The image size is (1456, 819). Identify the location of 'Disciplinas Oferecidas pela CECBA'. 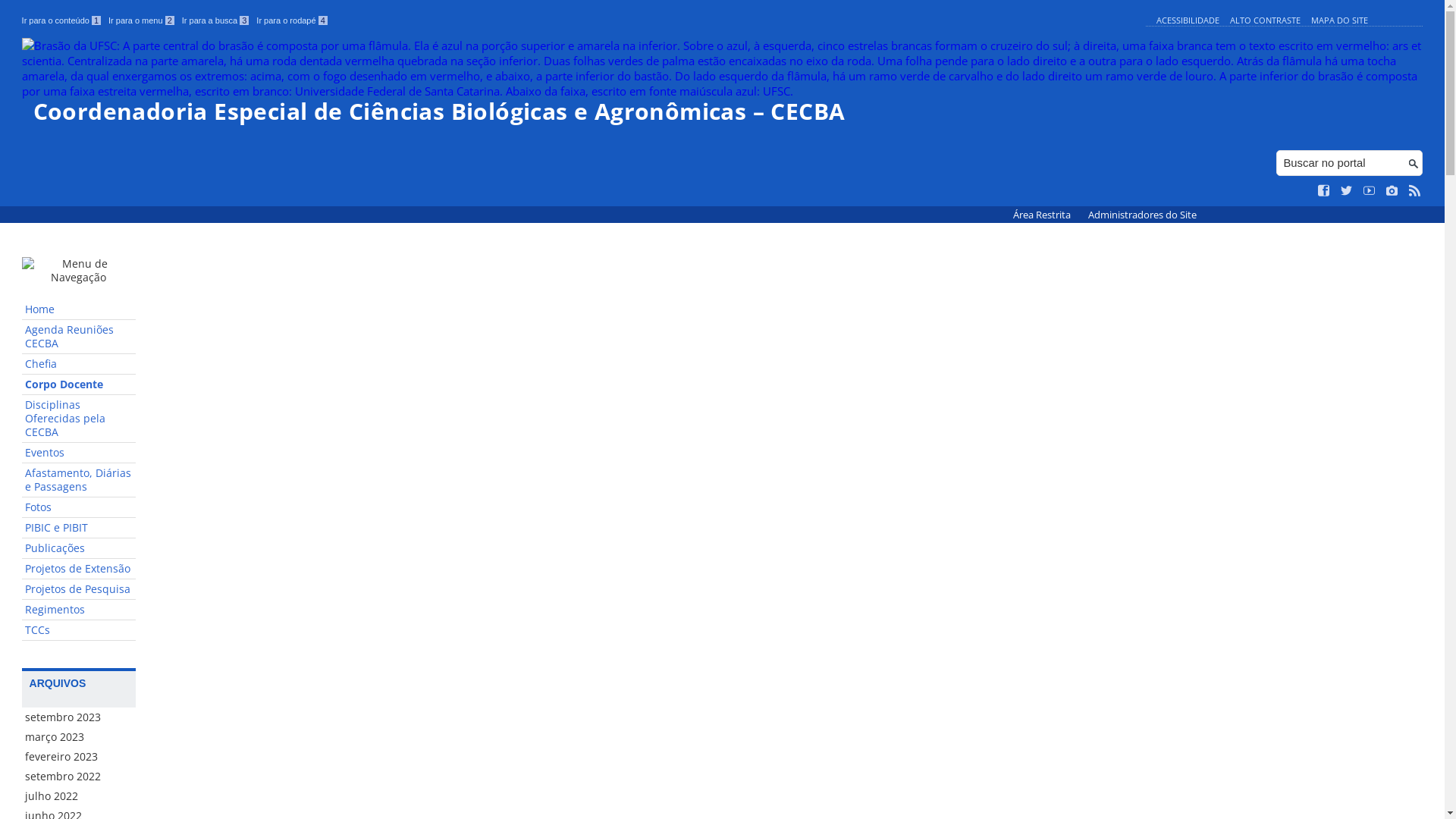
(78, 419).